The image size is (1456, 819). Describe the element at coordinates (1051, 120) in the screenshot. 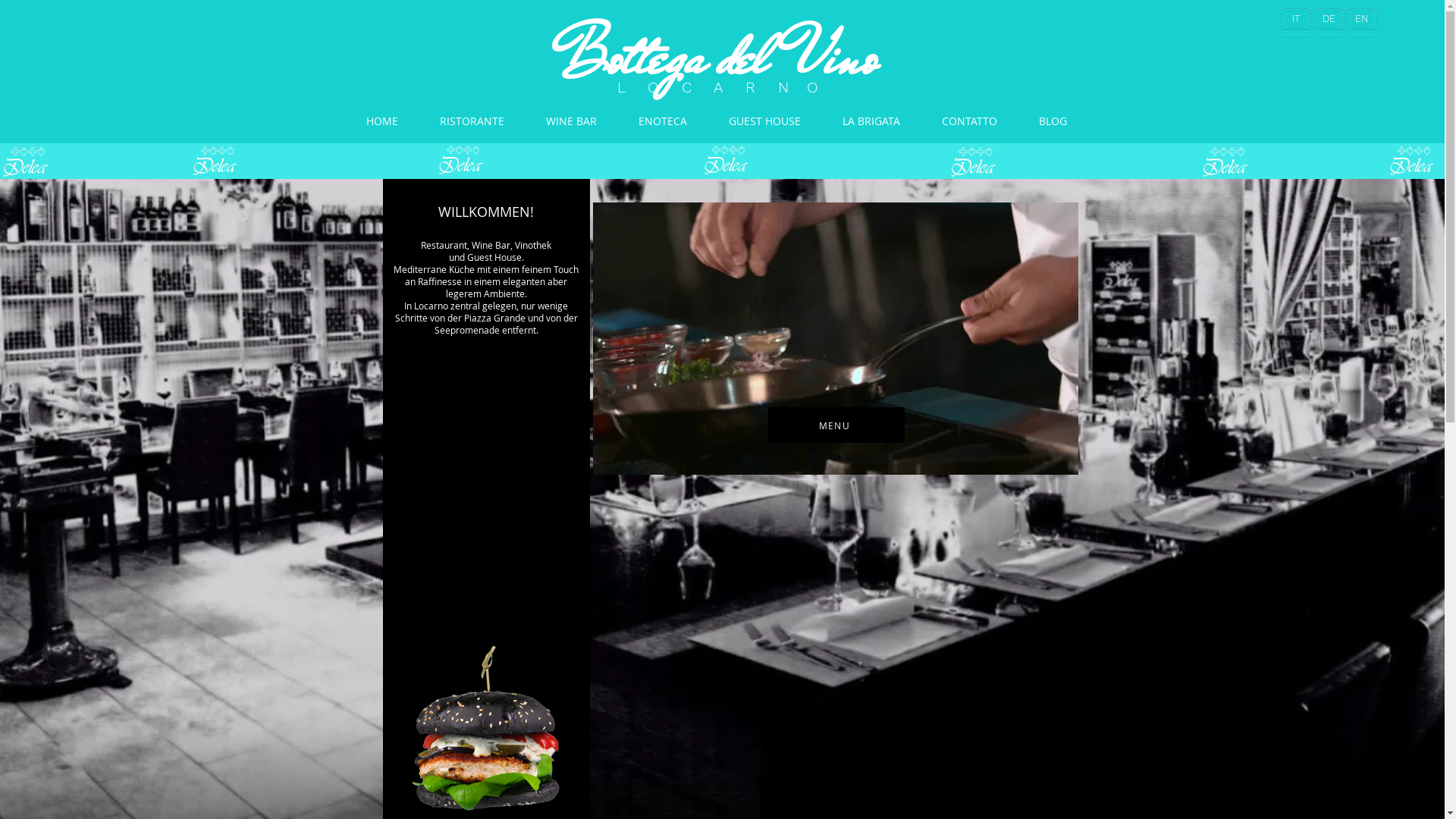

I see `'BLOG'` at that location.